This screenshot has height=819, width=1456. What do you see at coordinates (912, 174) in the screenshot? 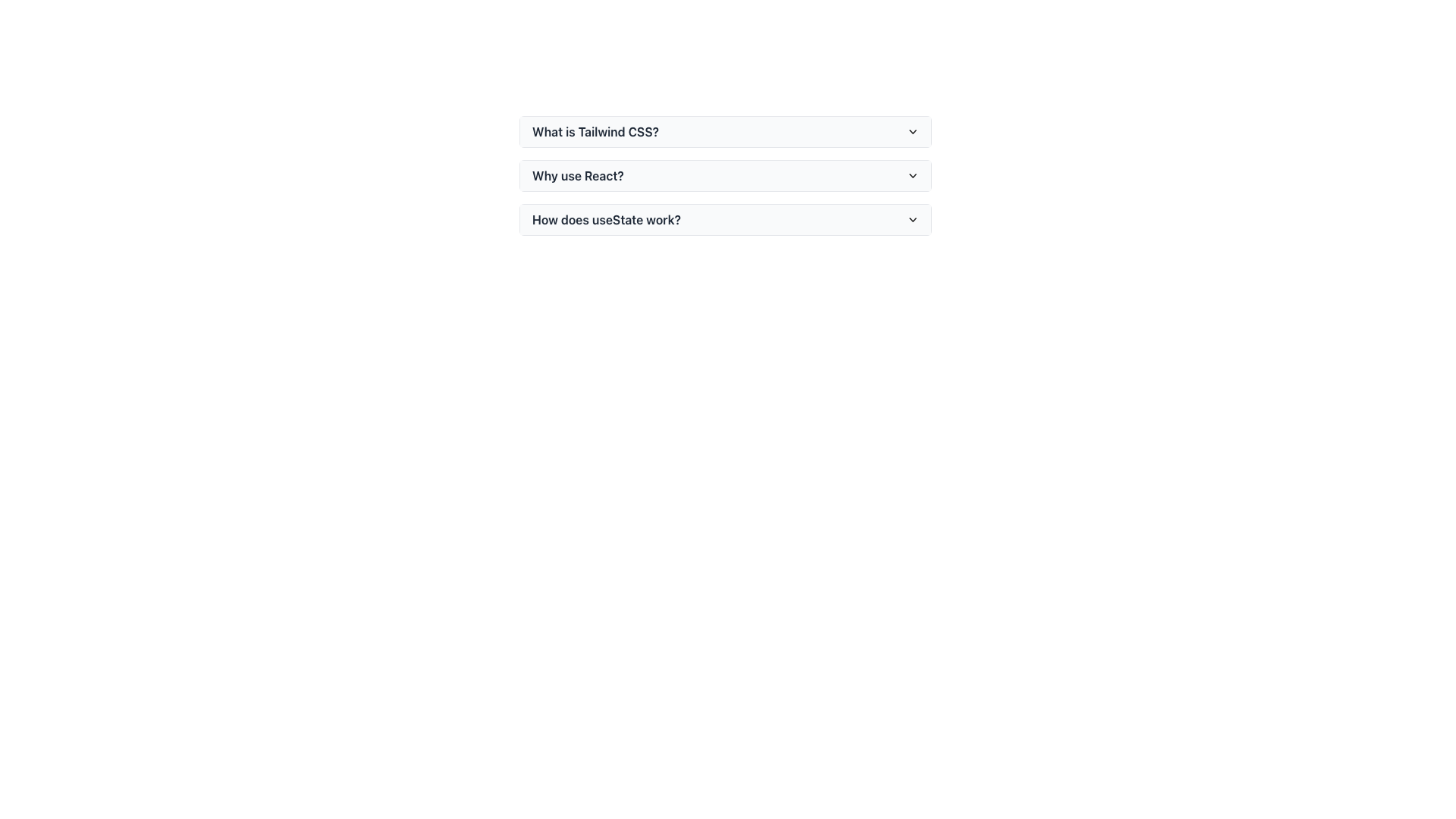
I see `the small chevron-down icon located to the right of the text 'Why use React?' in the list item styled as a button` at bounding box center [912, 174].